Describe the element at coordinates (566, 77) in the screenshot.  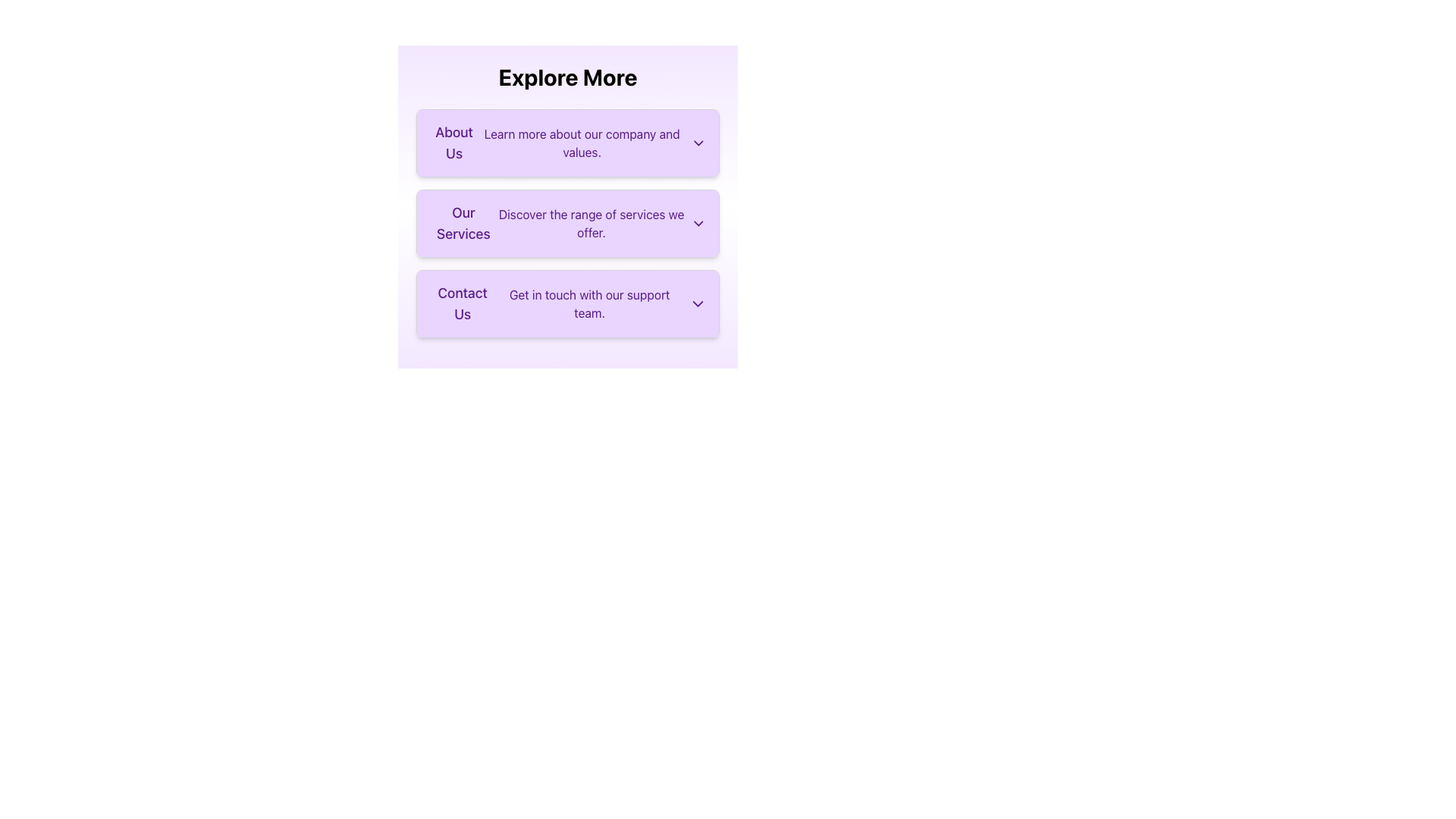
I see `the 'Explore More' header text element, which is bold and large, positioned at the top of the content area and centered horizontally` at that location.